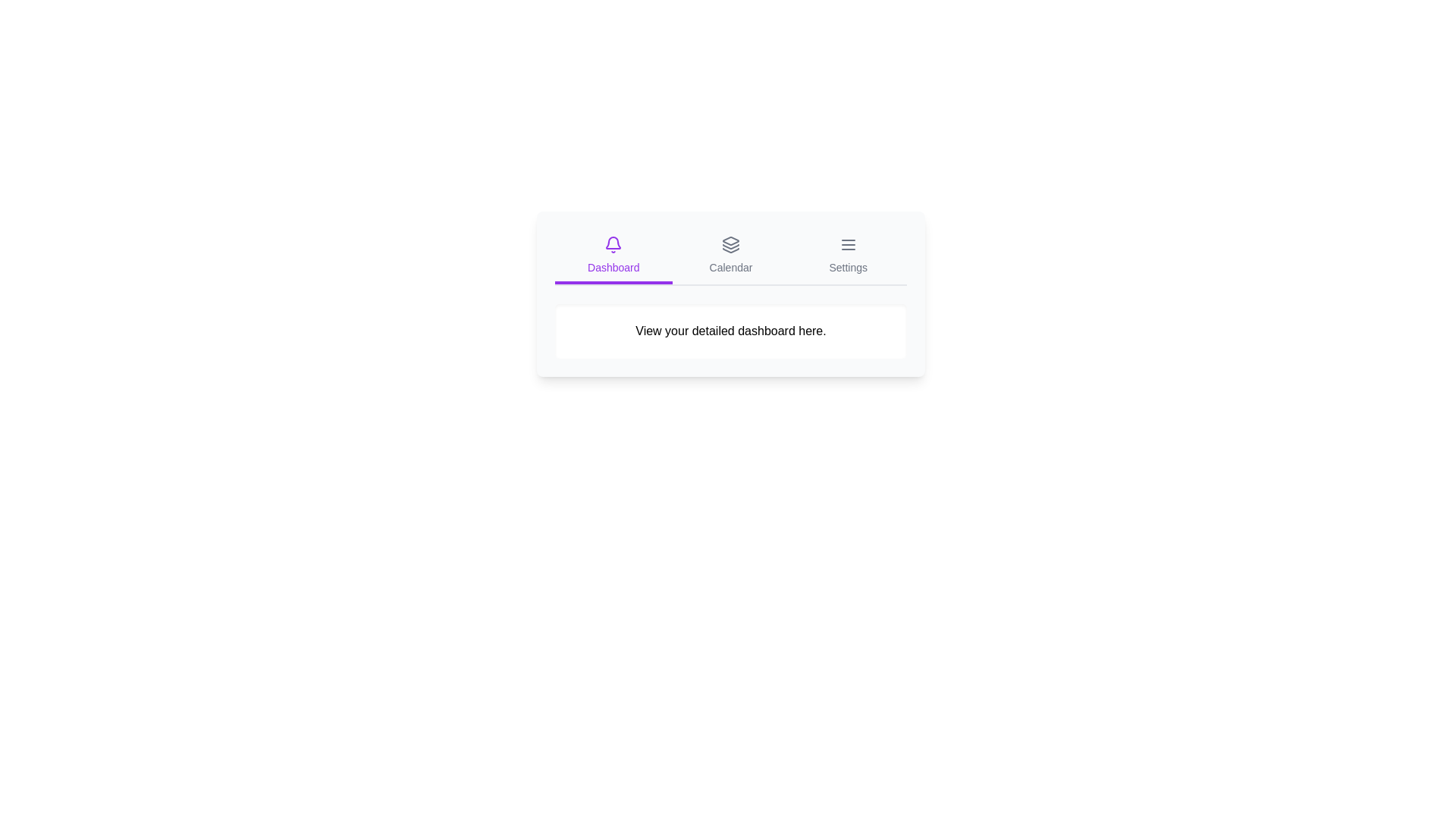 Image resolution: width=1456 pixels, height=819 pixels. I want to click on the tab labeled Dashboard to inspect its icon and text, so click(613, 256).